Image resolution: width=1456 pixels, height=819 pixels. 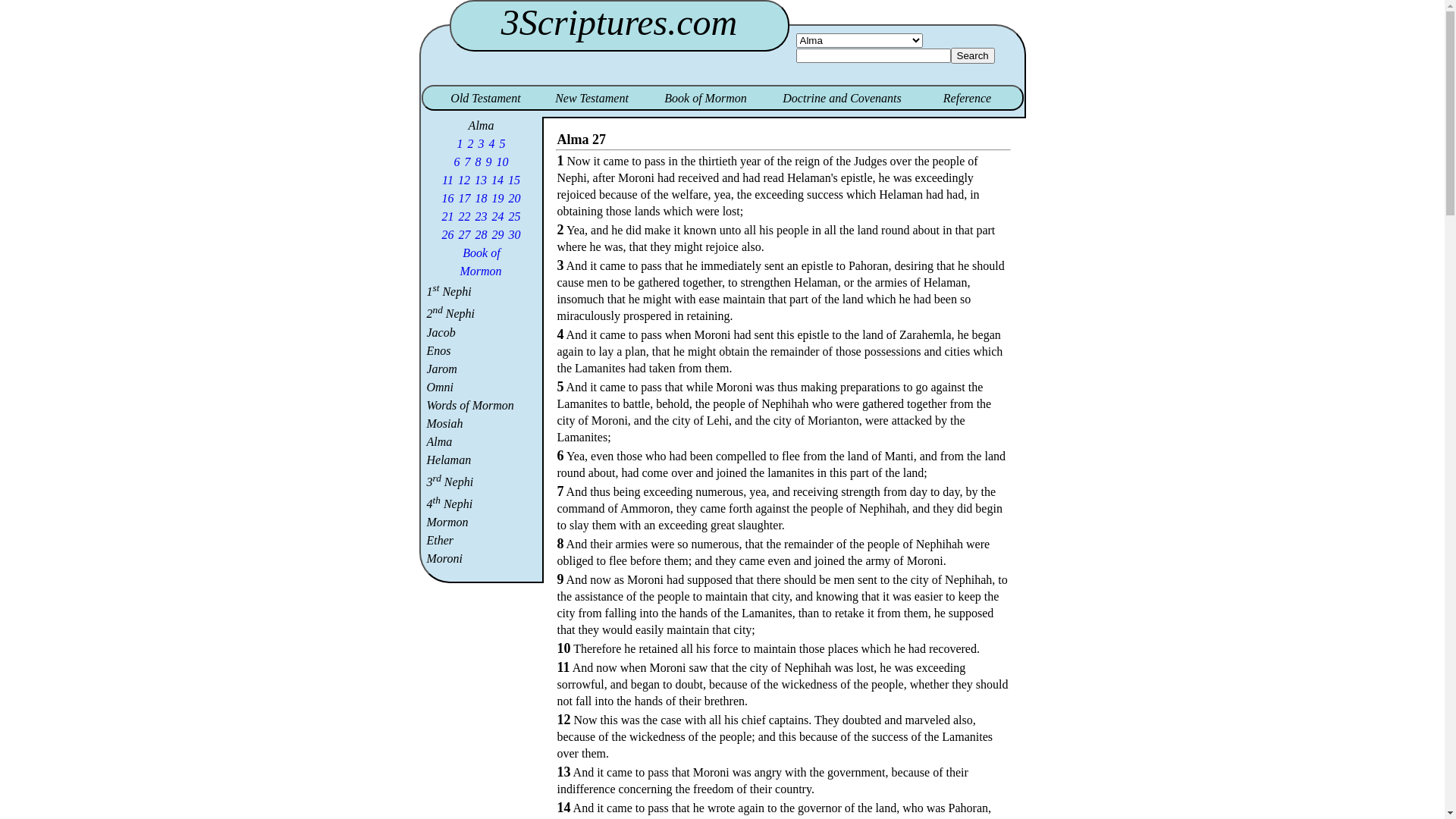 I want to click on '3Scriptures.com', so click(x=619, y=22).